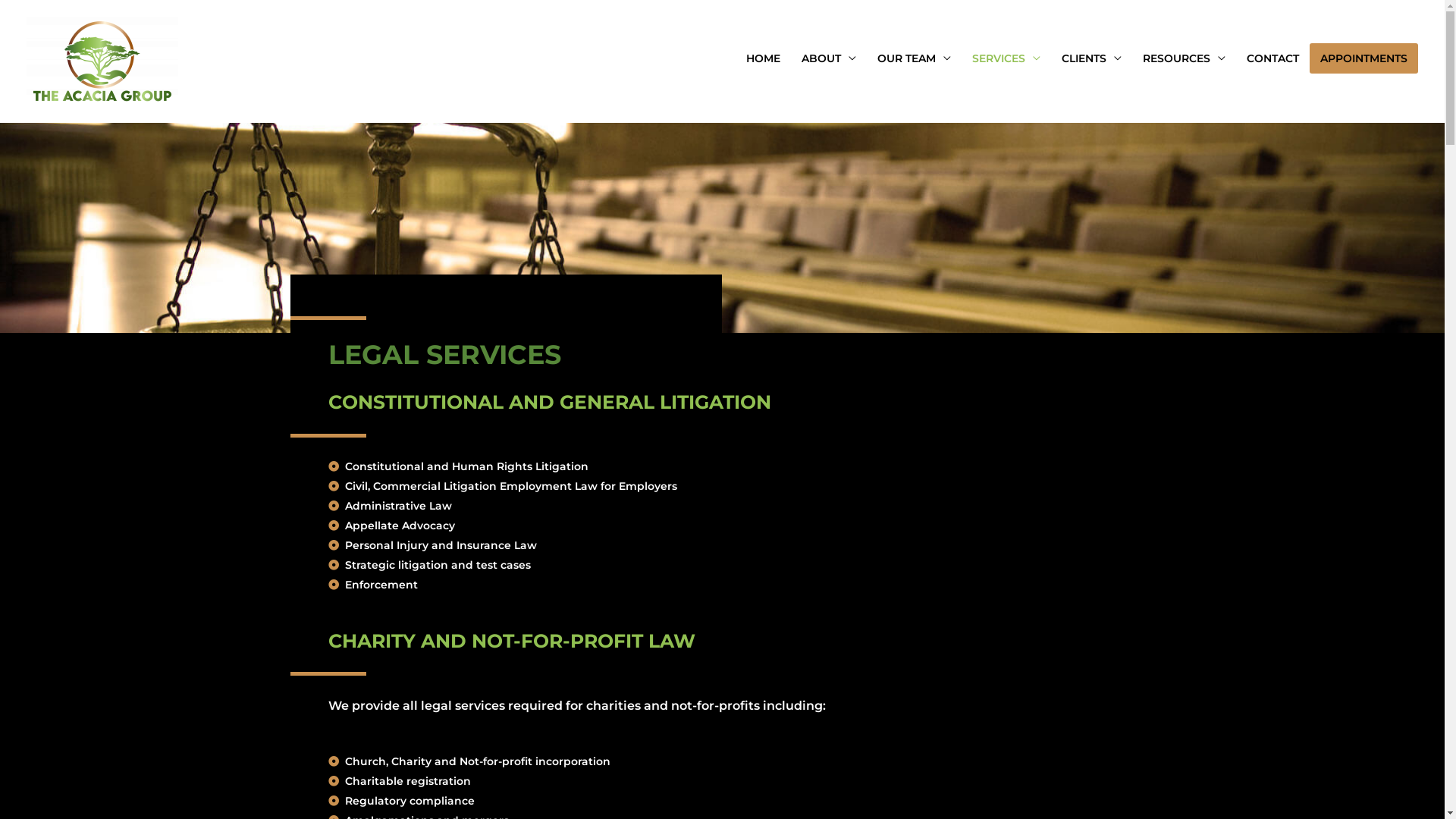 The image size is (1456, 819). I want to click on 'RESOURCES', so click(1131, 58).